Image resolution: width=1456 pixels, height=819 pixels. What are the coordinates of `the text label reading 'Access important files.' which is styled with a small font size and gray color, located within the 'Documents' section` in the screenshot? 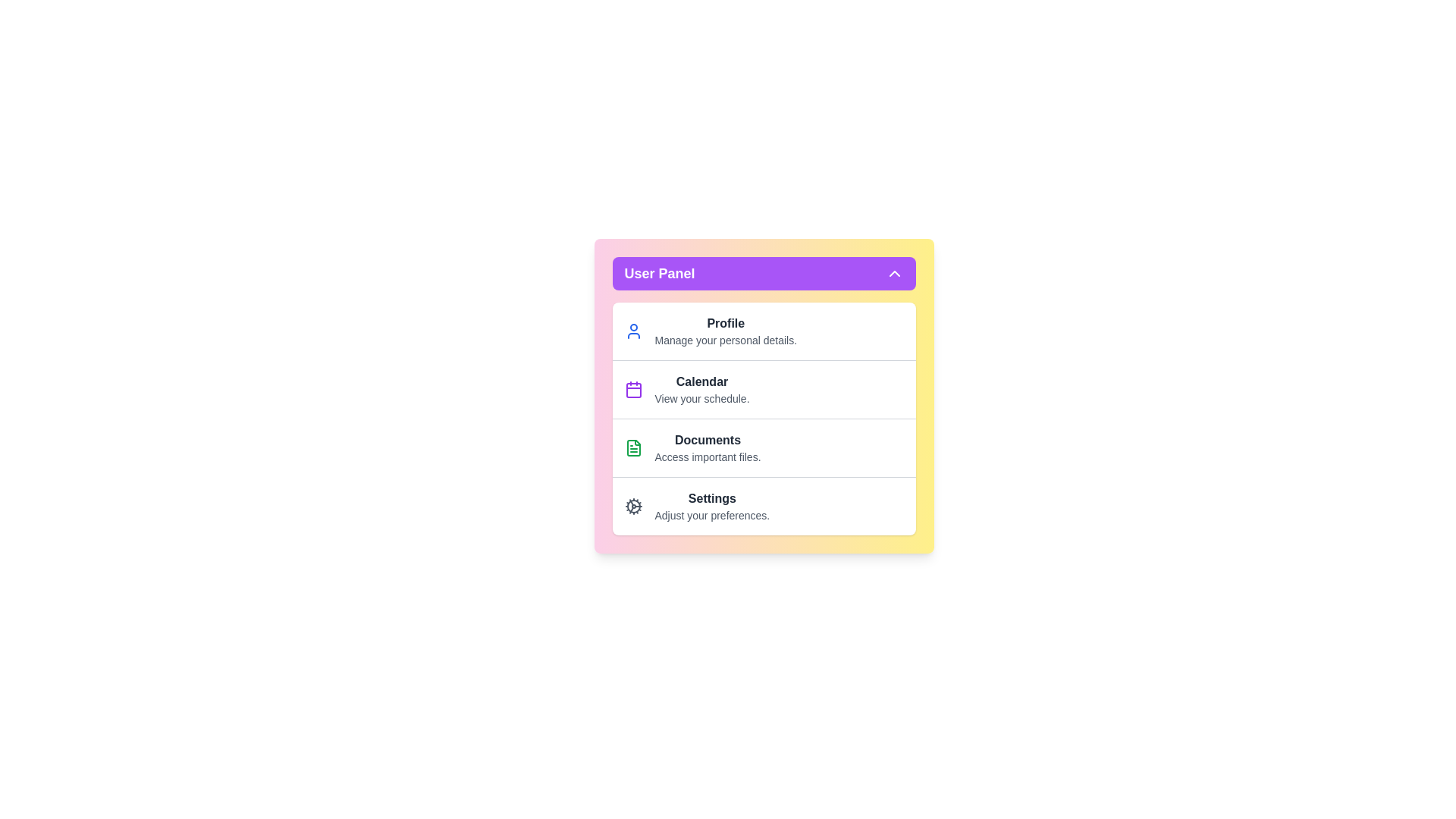 It's located at (707, 456).